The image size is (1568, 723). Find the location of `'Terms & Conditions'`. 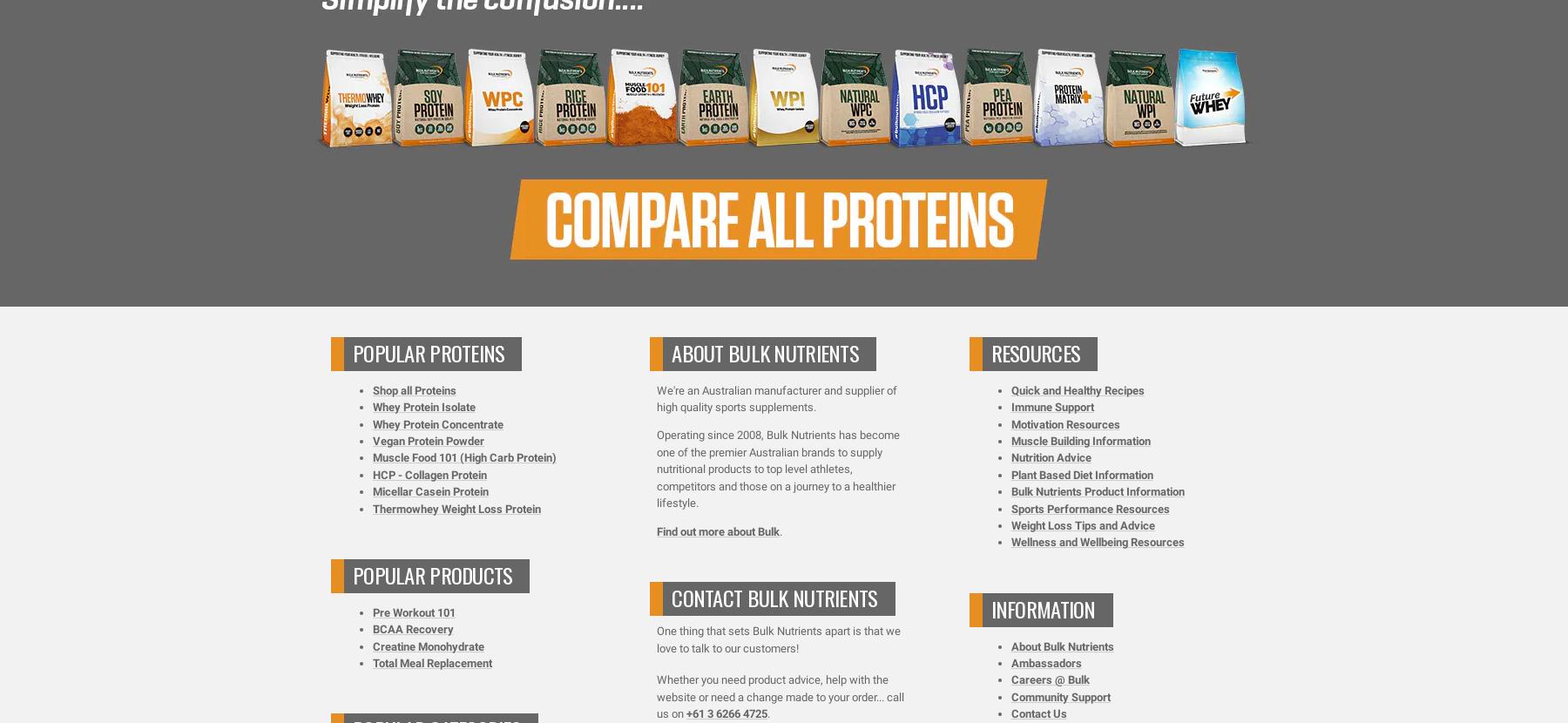

'Terms & Conditions' is located at coordinates (526, 263).